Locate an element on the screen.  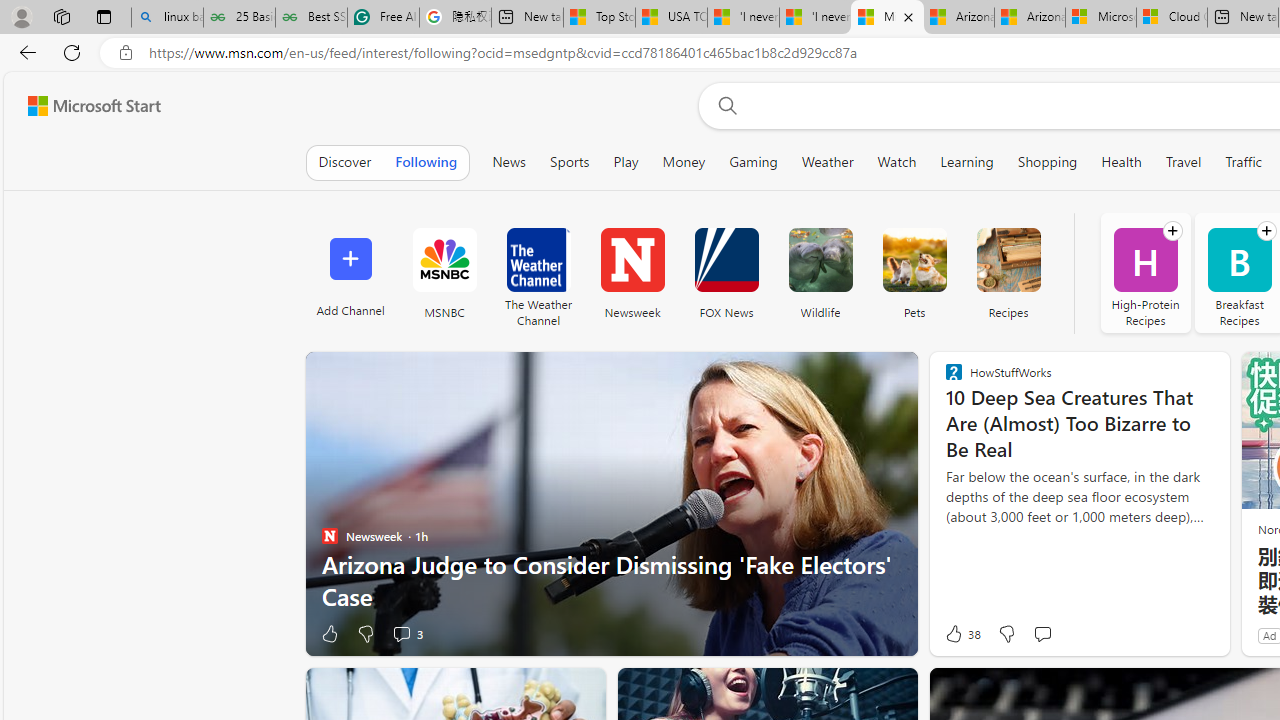
'Pets' is located at coordinates (913, 259).